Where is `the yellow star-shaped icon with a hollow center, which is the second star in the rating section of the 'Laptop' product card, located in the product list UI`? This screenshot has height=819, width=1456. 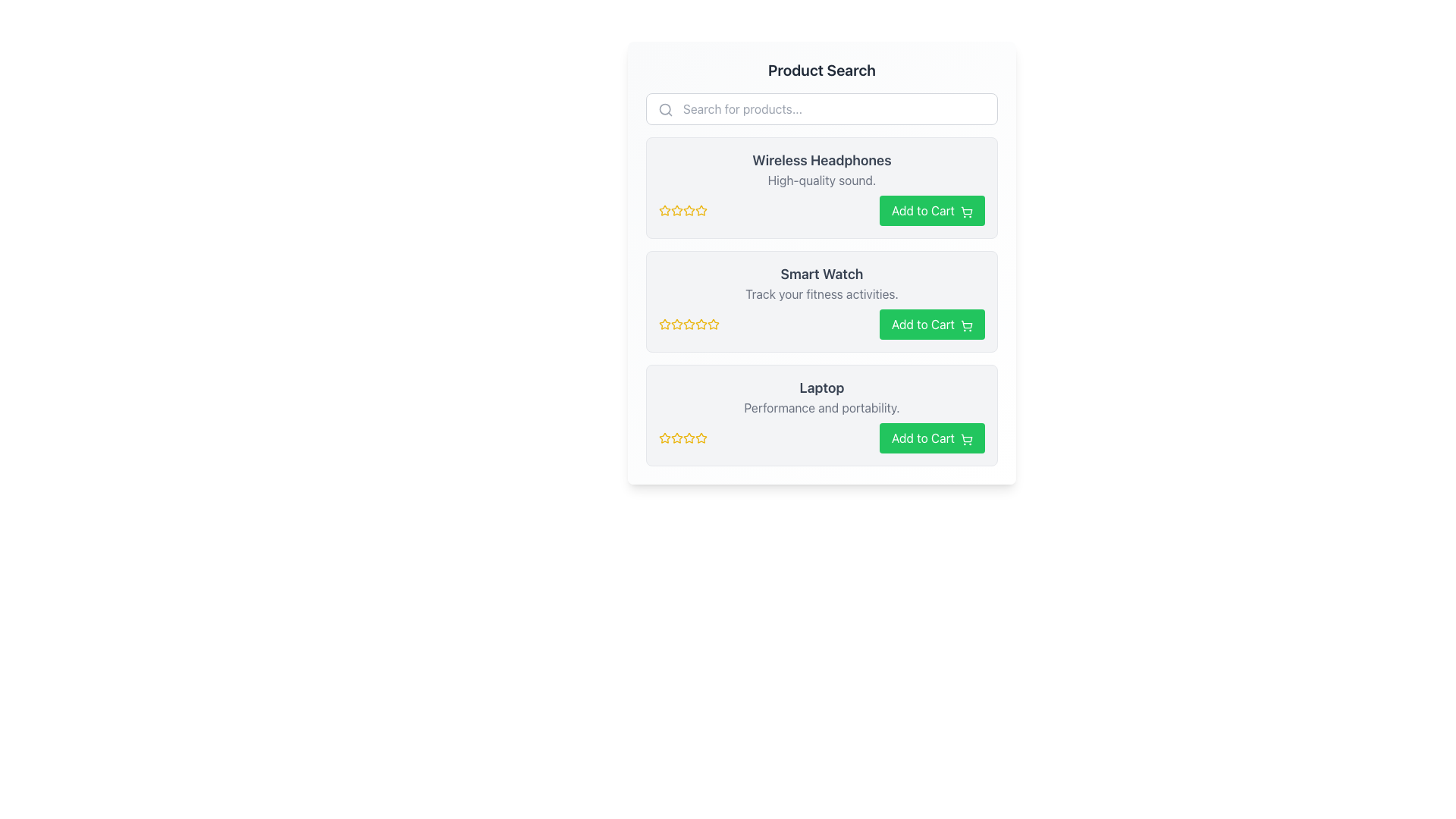
the yellow star-shaped icon with a hollow center, which is the second star in the rating section of the 'Laptop' product card, located in the product list UI is located at coordinates (688, 438).